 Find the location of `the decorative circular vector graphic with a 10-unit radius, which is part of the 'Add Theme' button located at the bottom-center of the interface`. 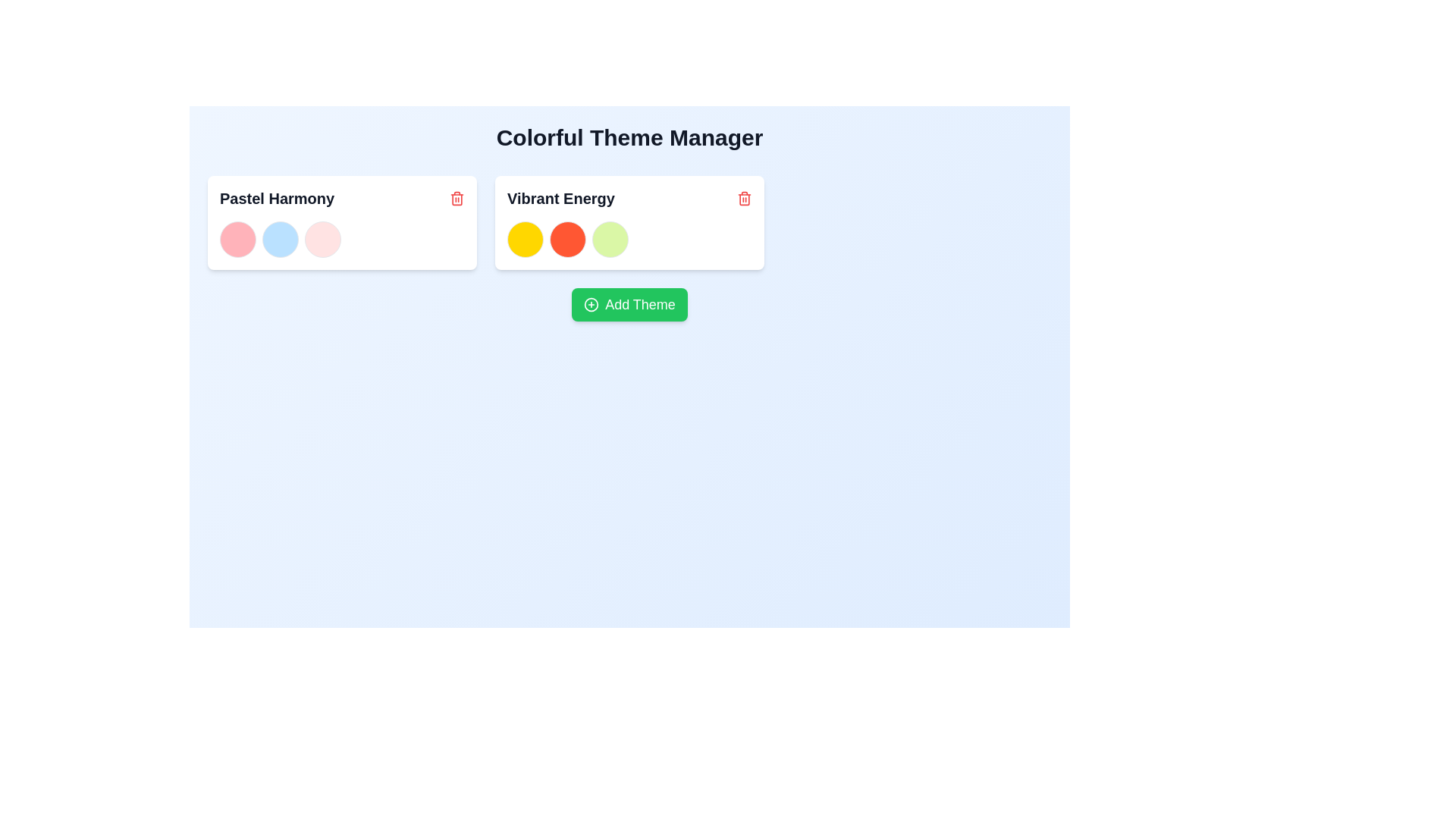

the decorative circular vector graphic with a 10-unit radius, which is part of the 'Add Theme' button located at the bottom-center of the interface is located at coordinates (591, 304).